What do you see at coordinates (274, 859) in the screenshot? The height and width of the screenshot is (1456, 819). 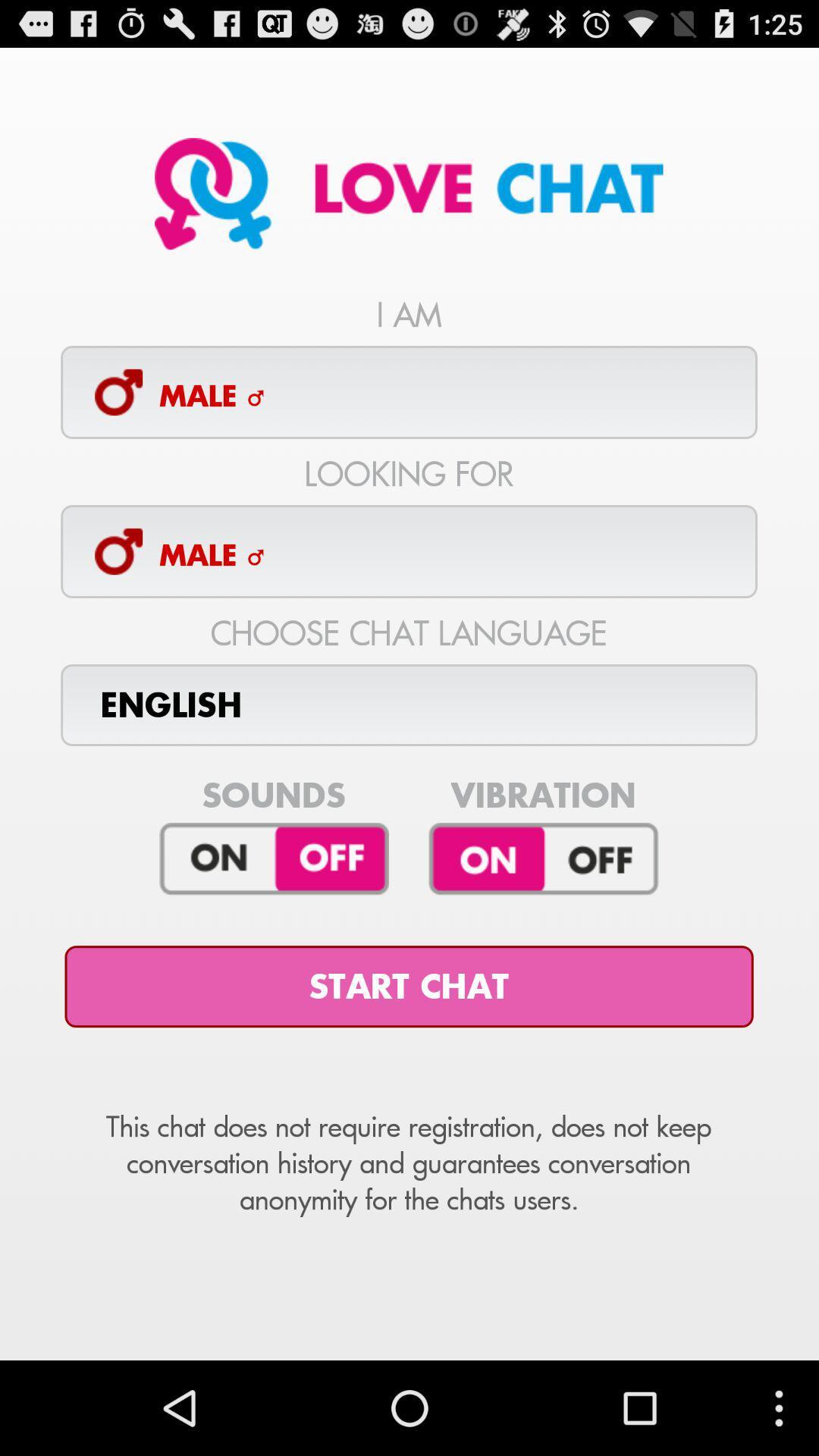 I see `turn sound off or on` at bounding box center [274, 859].